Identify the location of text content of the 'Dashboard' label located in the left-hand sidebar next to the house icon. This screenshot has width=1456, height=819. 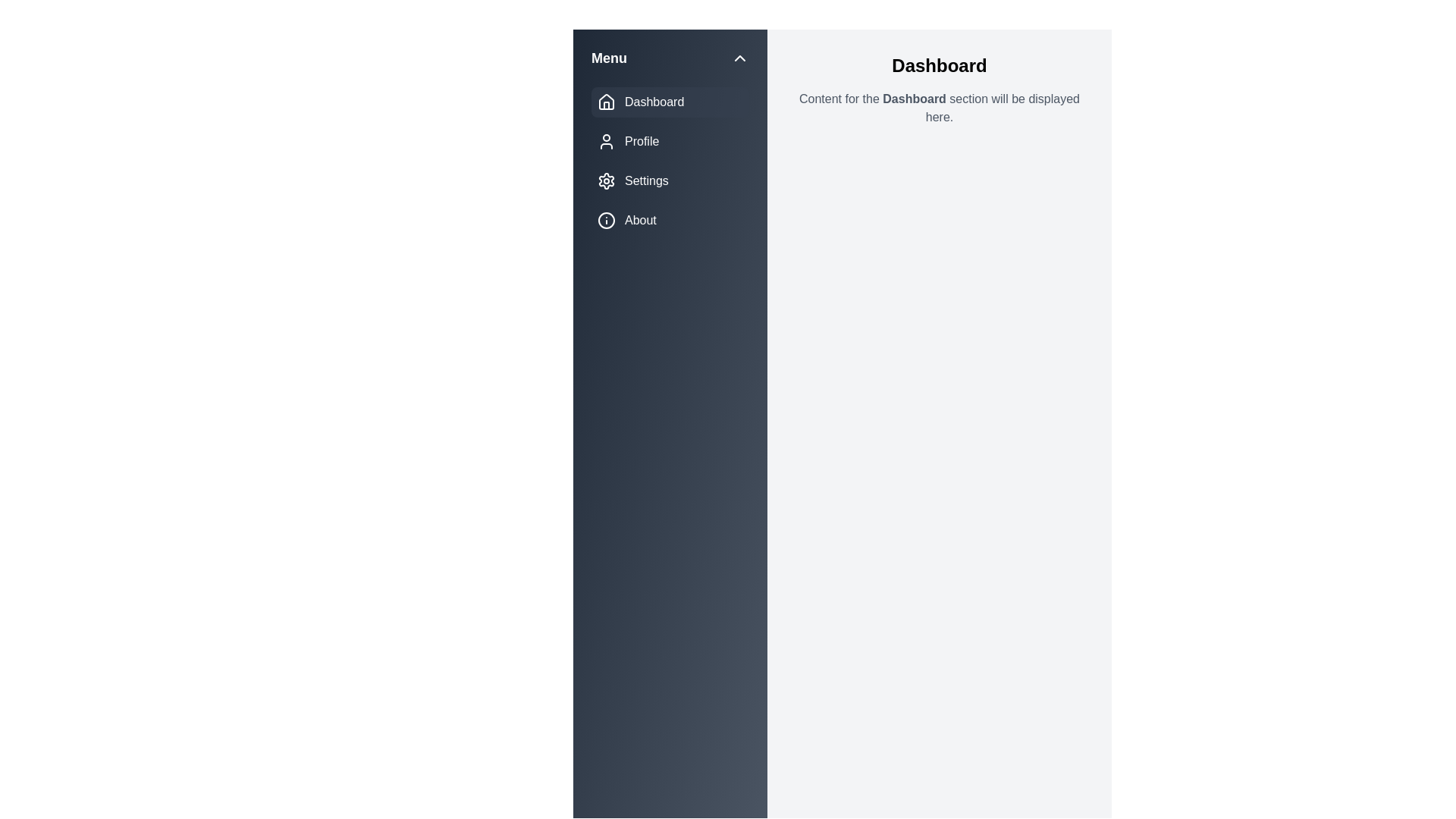
(654, 102).